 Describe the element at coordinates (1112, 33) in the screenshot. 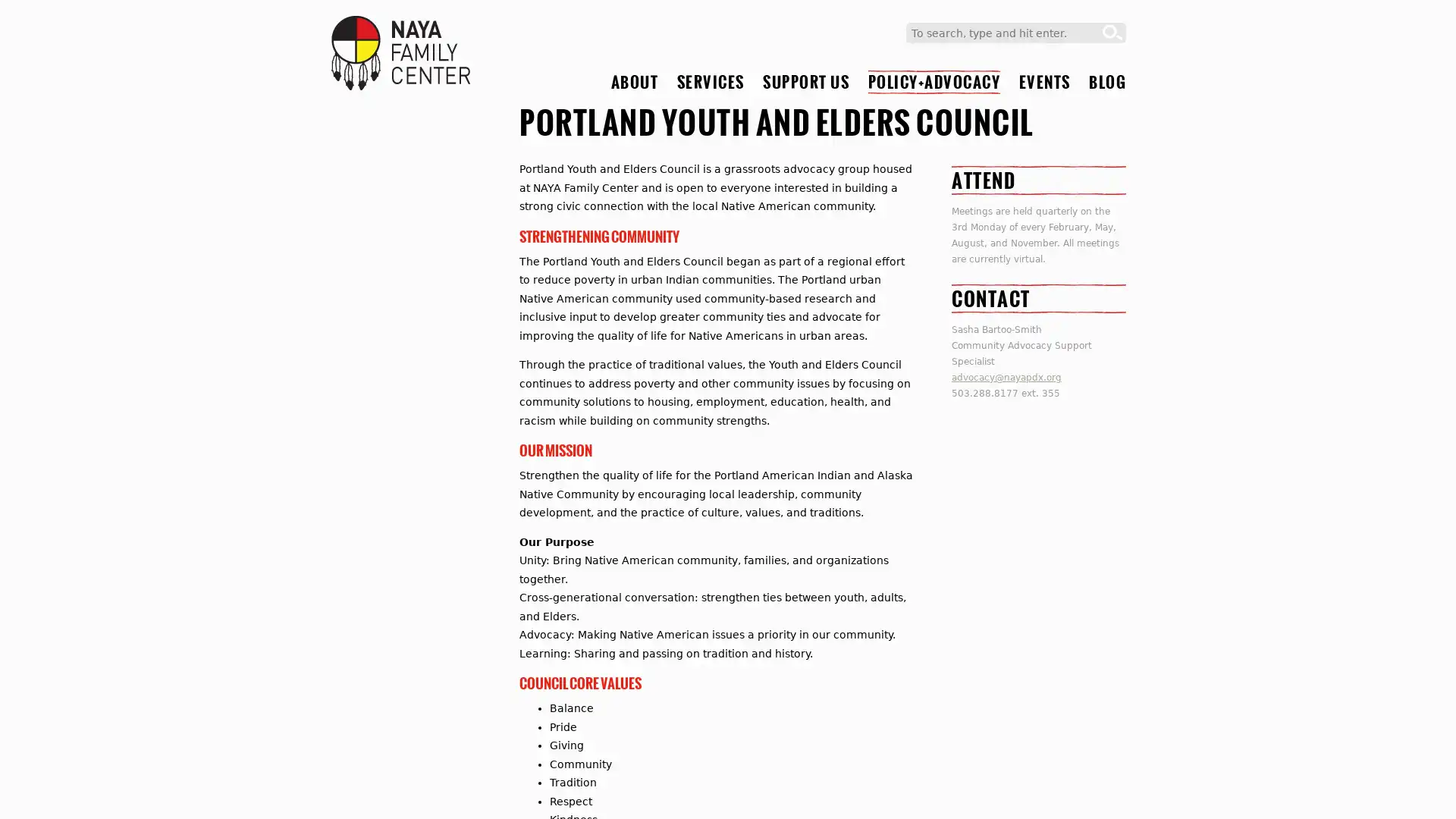

I see `Search` at that location.